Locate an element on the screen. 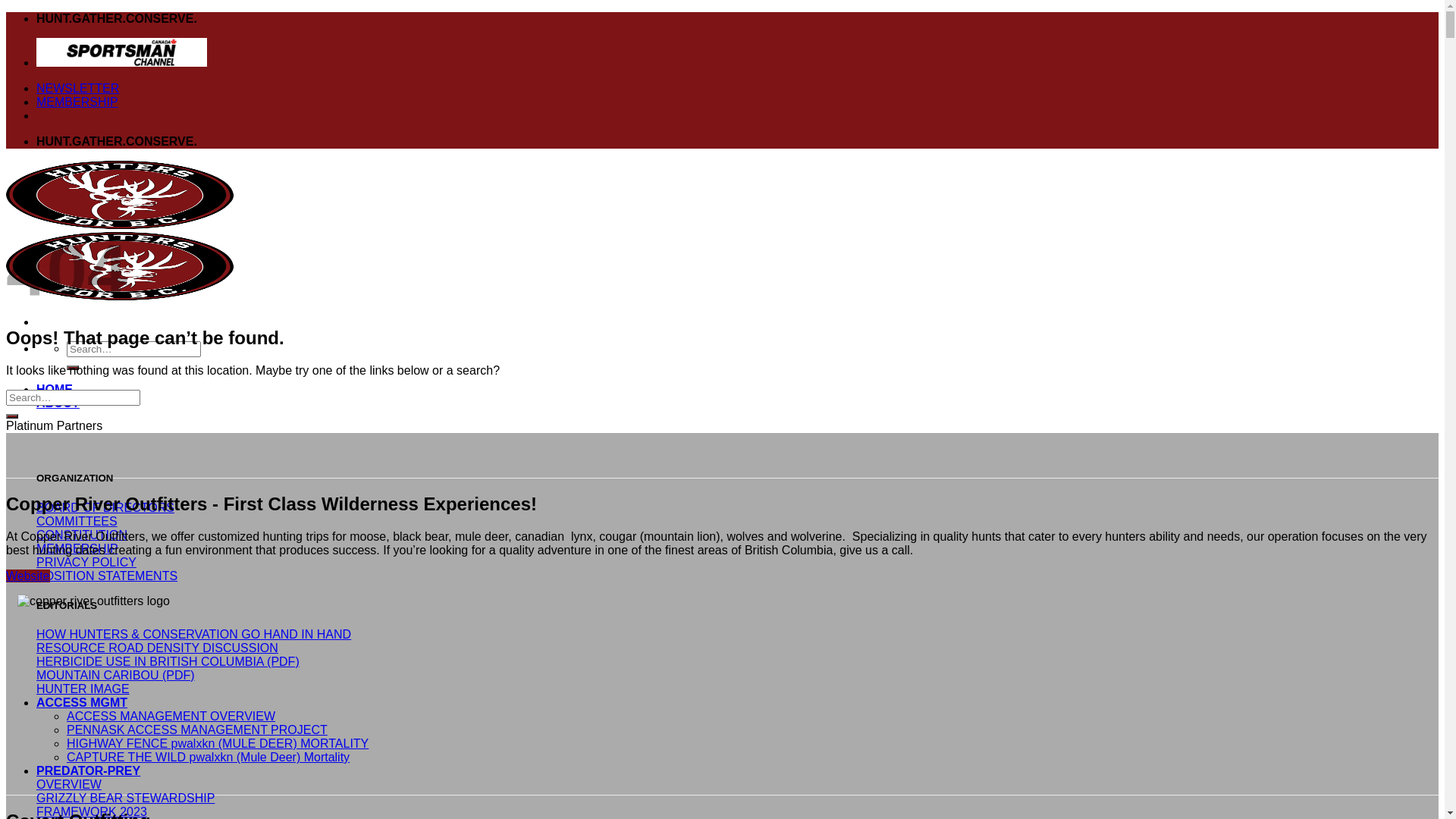 Image resolution: width=1456 pixels, height=819 pixels. 'GRIZZLY BEAR STEWARDSHIP FRAMEWORK 2023' is located at coordinates (36, 804).